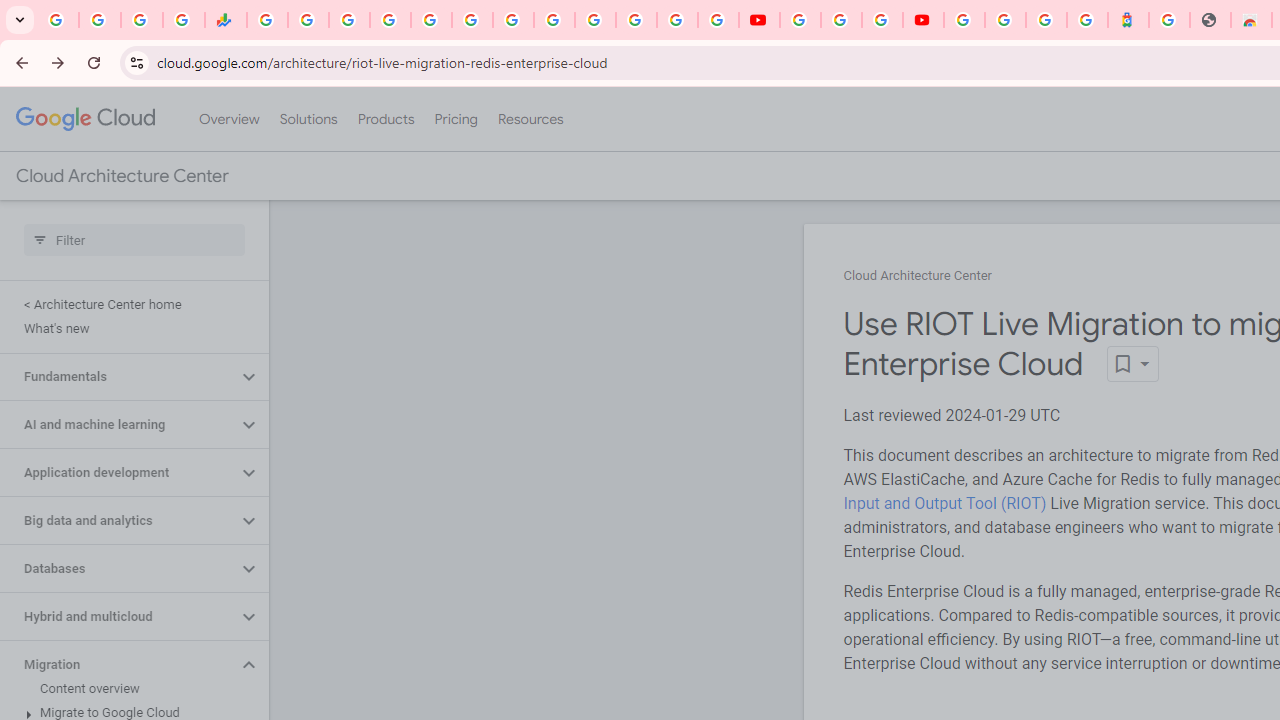 The width and height of the screenshot is (1280, 720). What do you see at coordinates (1132, 364) in the screenshot?
I see `'Open dropdown'` at bounding box center [1132, 364].